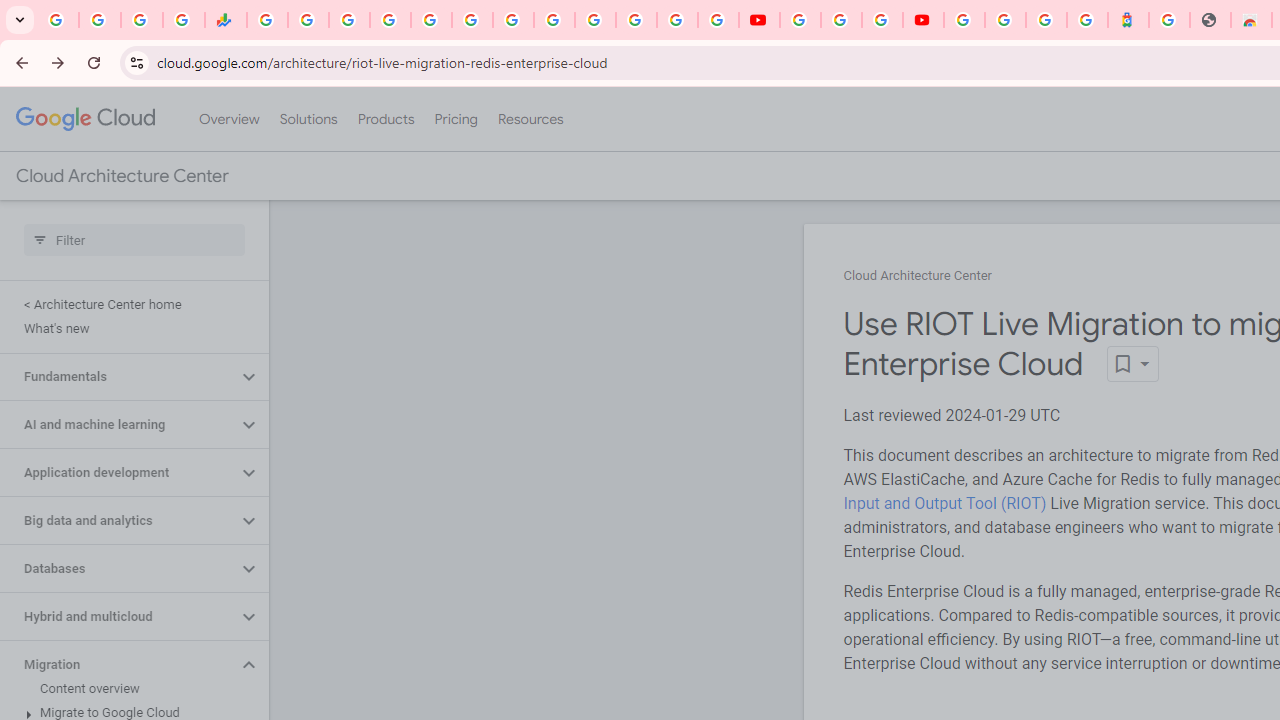 The width and height of the screenshot is (1280, 720). What do you see at coordinates (1132, 364) in the screenshot?
I see `'Open dropdown'` at bounding box center [1132, 364].